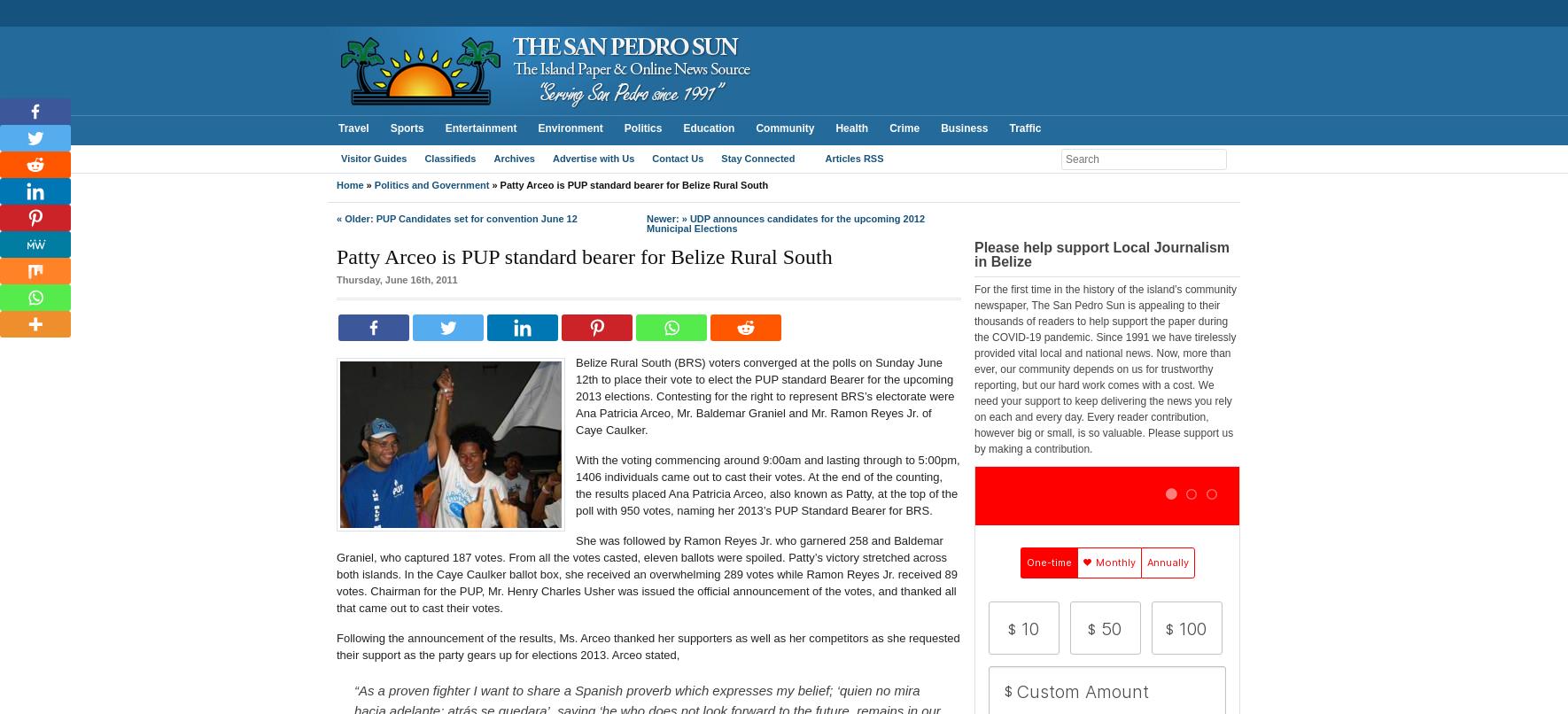 Image resolution: width=1568 pixels, height=714 pixels. Describe the element at coordinates (1104, 369) in the screenshot. I see `'For the first time in the history of the island’s community newspaper, The San Pedro Sun is appealing to their thousands of readers to help support the paper during the COVID-19 pandemic. Since 1991 we have tirelessly provided vital local and national news. Now, more than ever, our community depends on us for trustworthy reporting, but our hard work comes with a cost. We need your support to keep delivering the news you rely on each and every day. Every reader contribution, however big or small, is so valuable. Please support us by making a contribution.'` at that location.